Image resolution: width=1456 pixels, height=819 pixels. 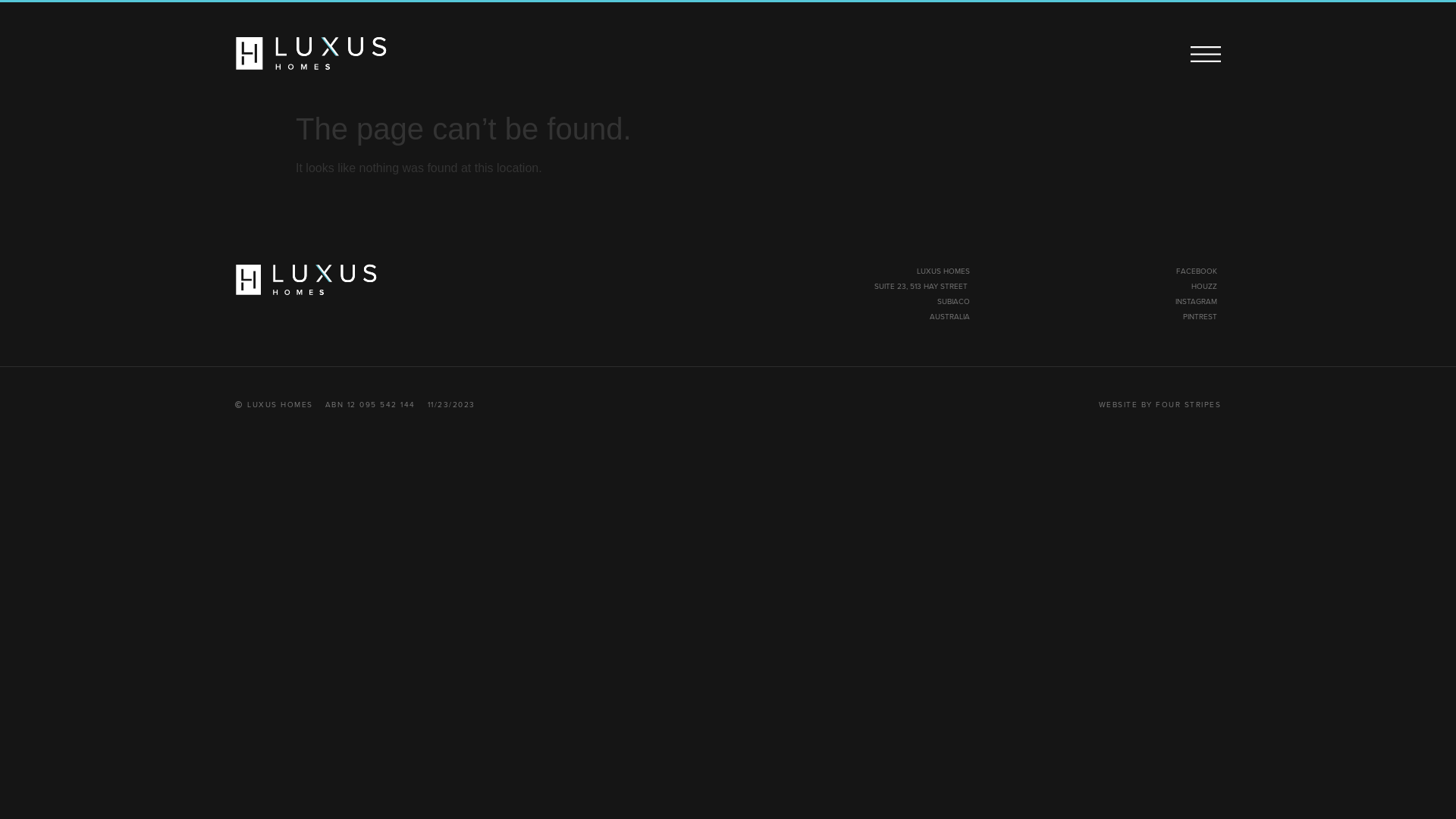 What do you see at coordinates (1199, 315) in the screenshot?
I see `'PINTREST'` at bounding box center [1199, 315].